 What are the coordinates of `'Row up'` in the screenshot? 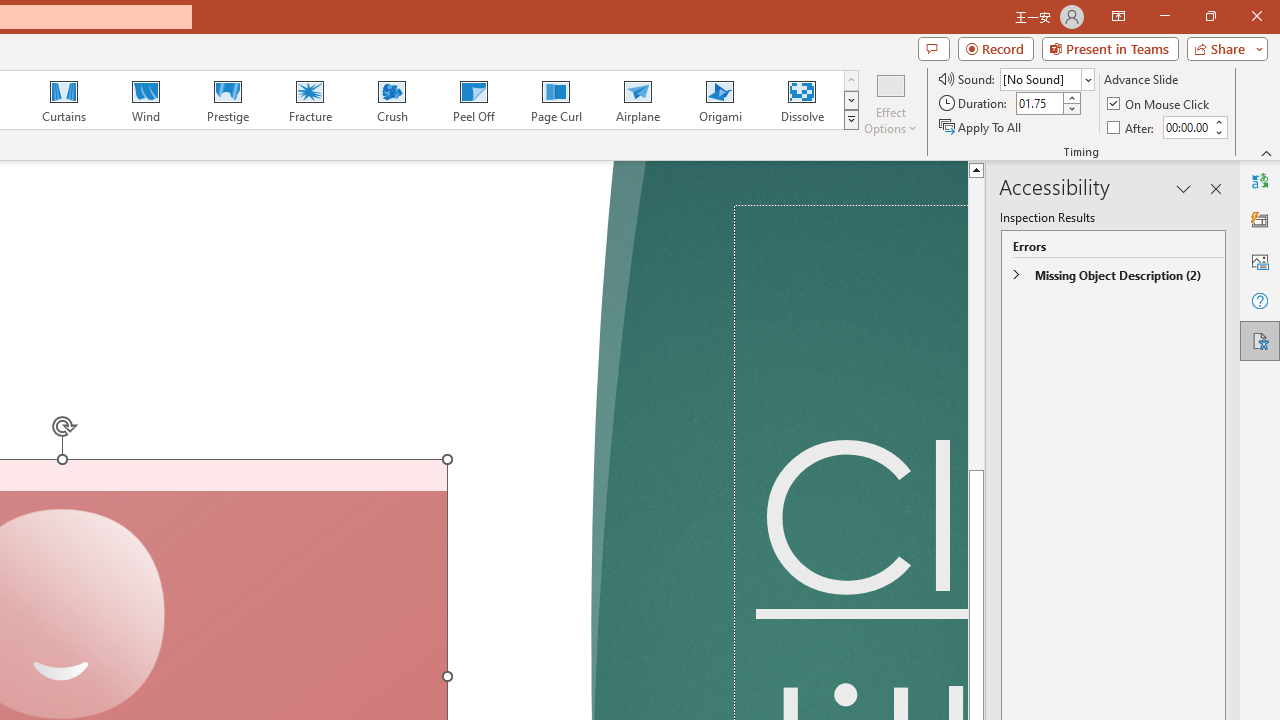 It's located at (851, 79).